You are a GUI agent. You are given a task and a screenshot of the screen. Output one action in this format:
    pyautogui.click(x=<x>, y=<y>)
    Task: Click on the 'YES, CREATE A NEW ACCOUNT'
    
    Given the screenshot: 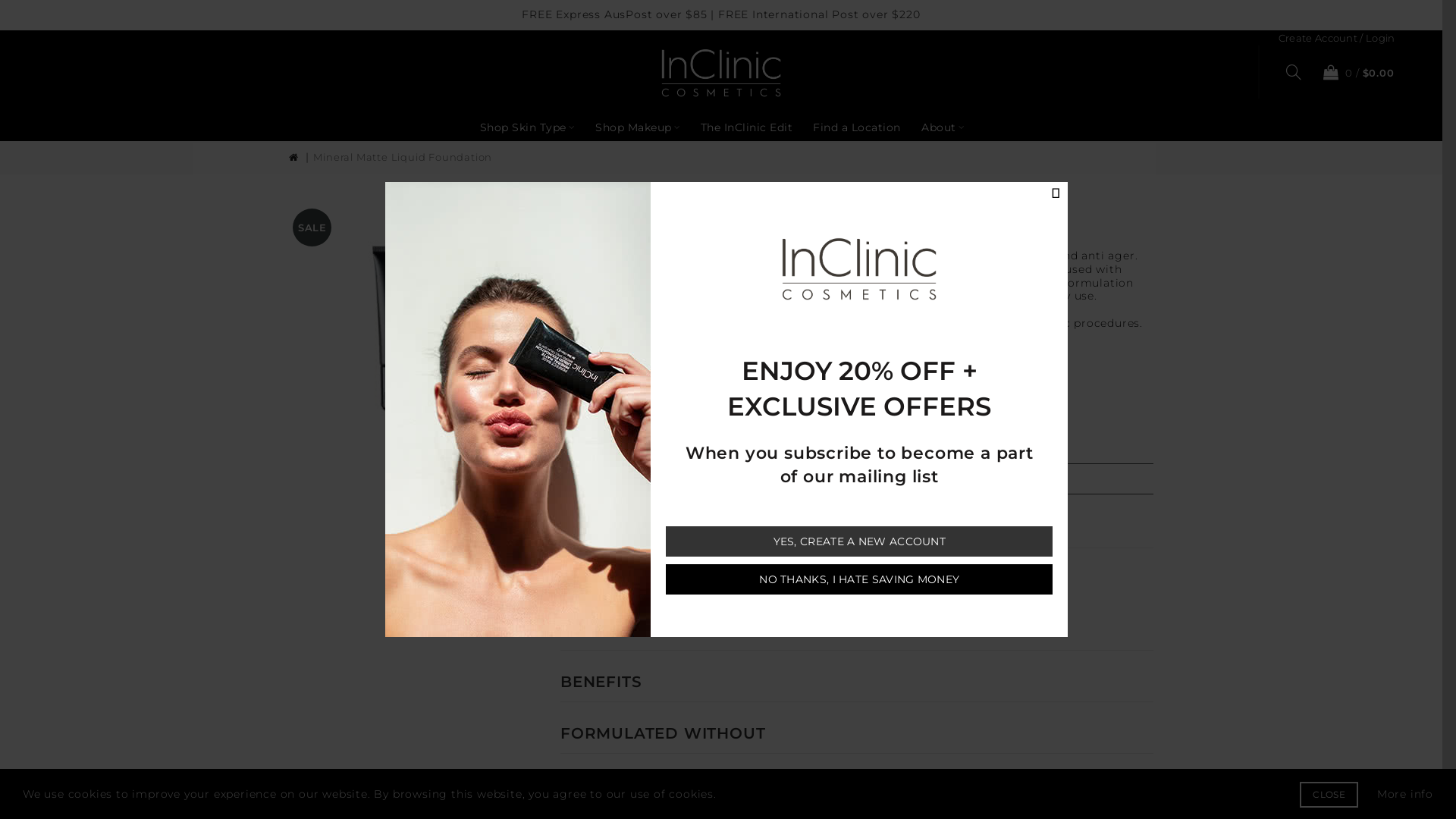 What is the action you would take?
    pyautogui.click(x=858, y=540)
    